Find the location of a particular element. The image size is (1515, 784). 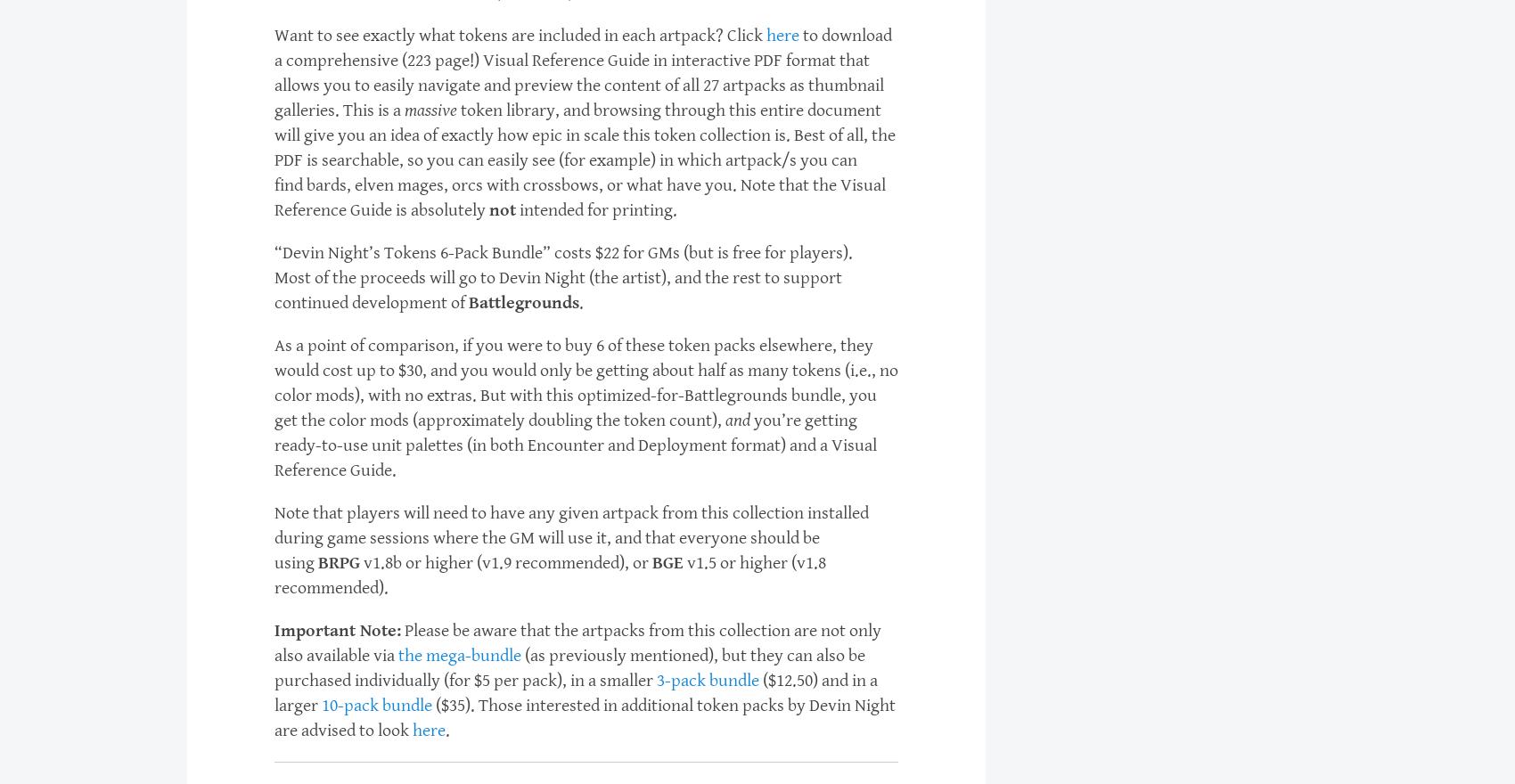

'($12.50) and in a larger' is located at coordinates (576, 693).